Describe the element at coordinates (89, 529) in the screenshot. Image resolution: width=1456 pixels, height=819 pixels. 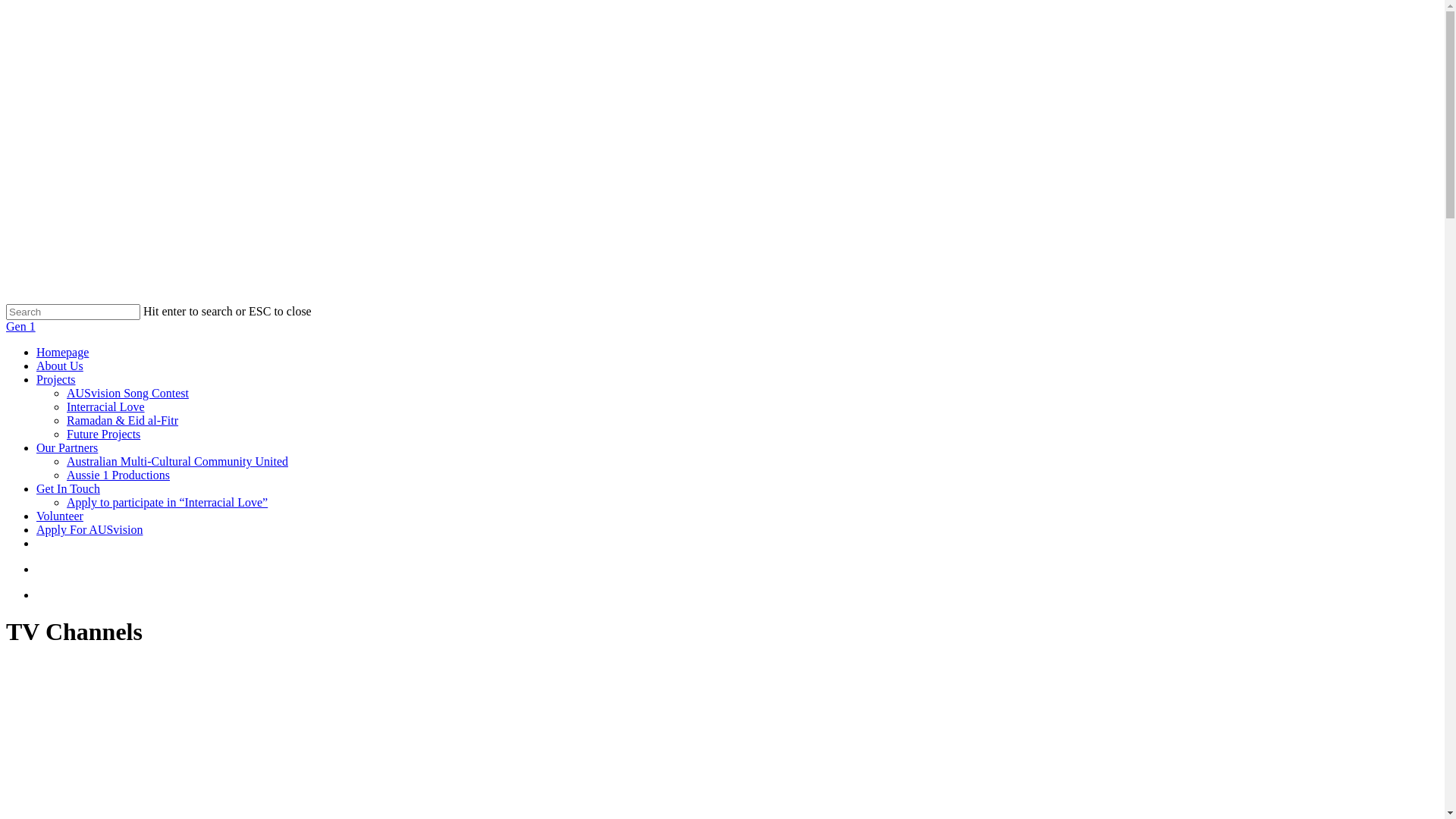
I see `'Apply For AUSvision'` at that location.